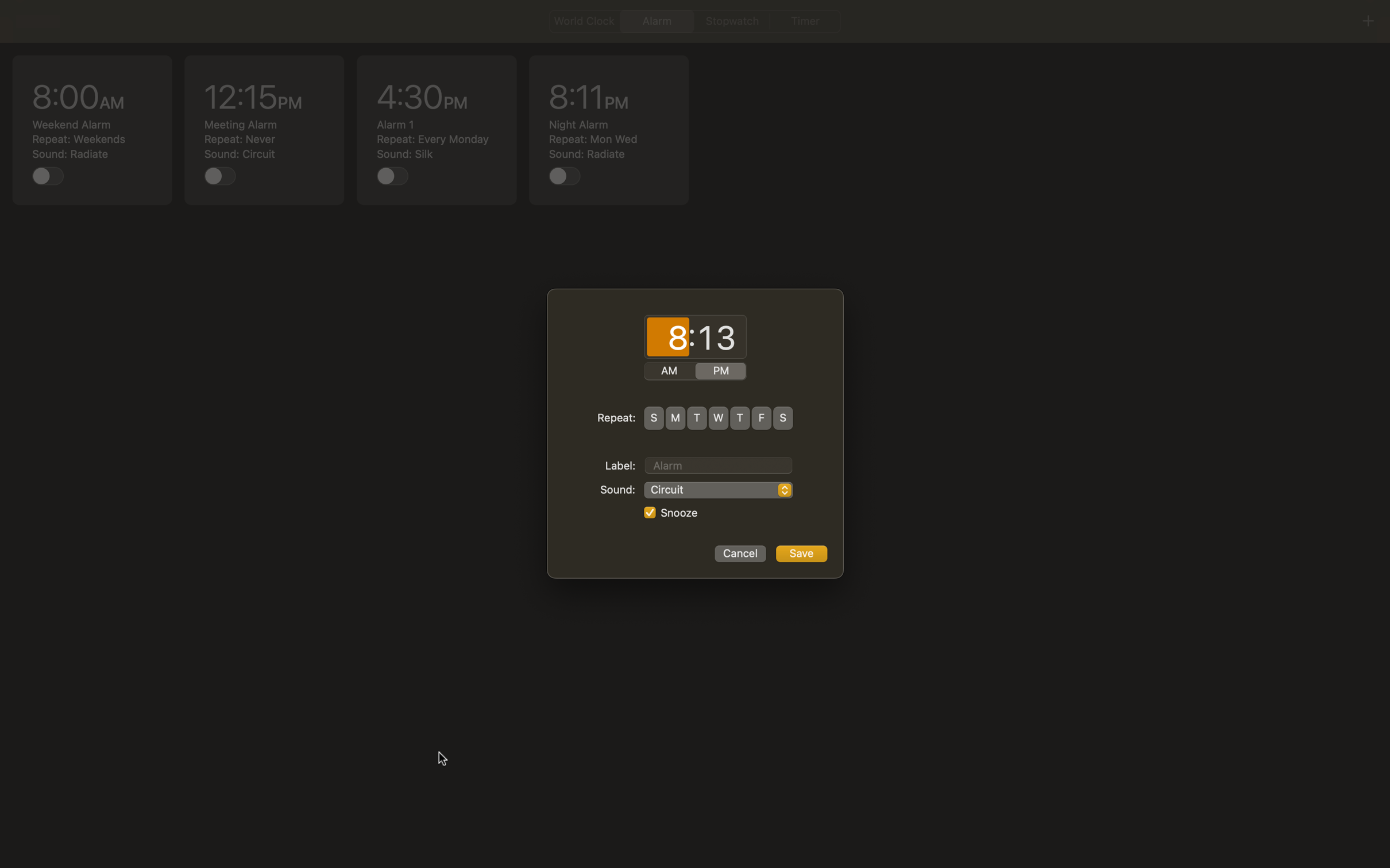 This screenshot has width=1390, height=868. What do you see at coordinates (718, 490) in the screenshot?
I see `sound as "Nature Sounds` at bounding box center [718, 490].